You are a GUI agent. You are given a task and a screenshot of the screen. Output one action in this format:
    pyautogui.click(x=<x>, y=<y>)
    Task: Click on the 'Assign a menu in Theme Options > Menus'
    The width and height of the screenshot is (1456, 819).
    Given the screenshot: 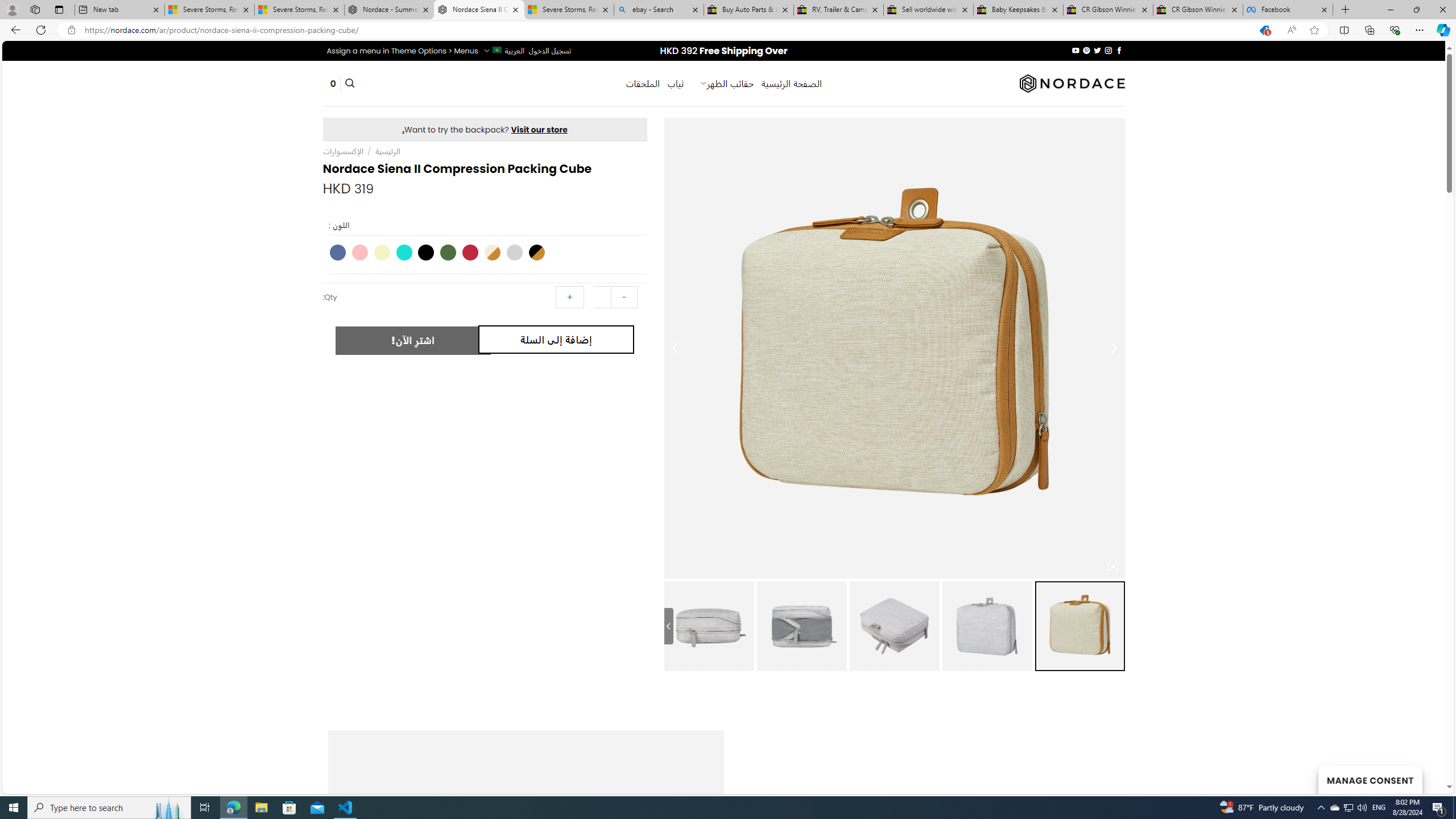 What is the action you would take?
    pyautogui.click(x=402, y=50)
    